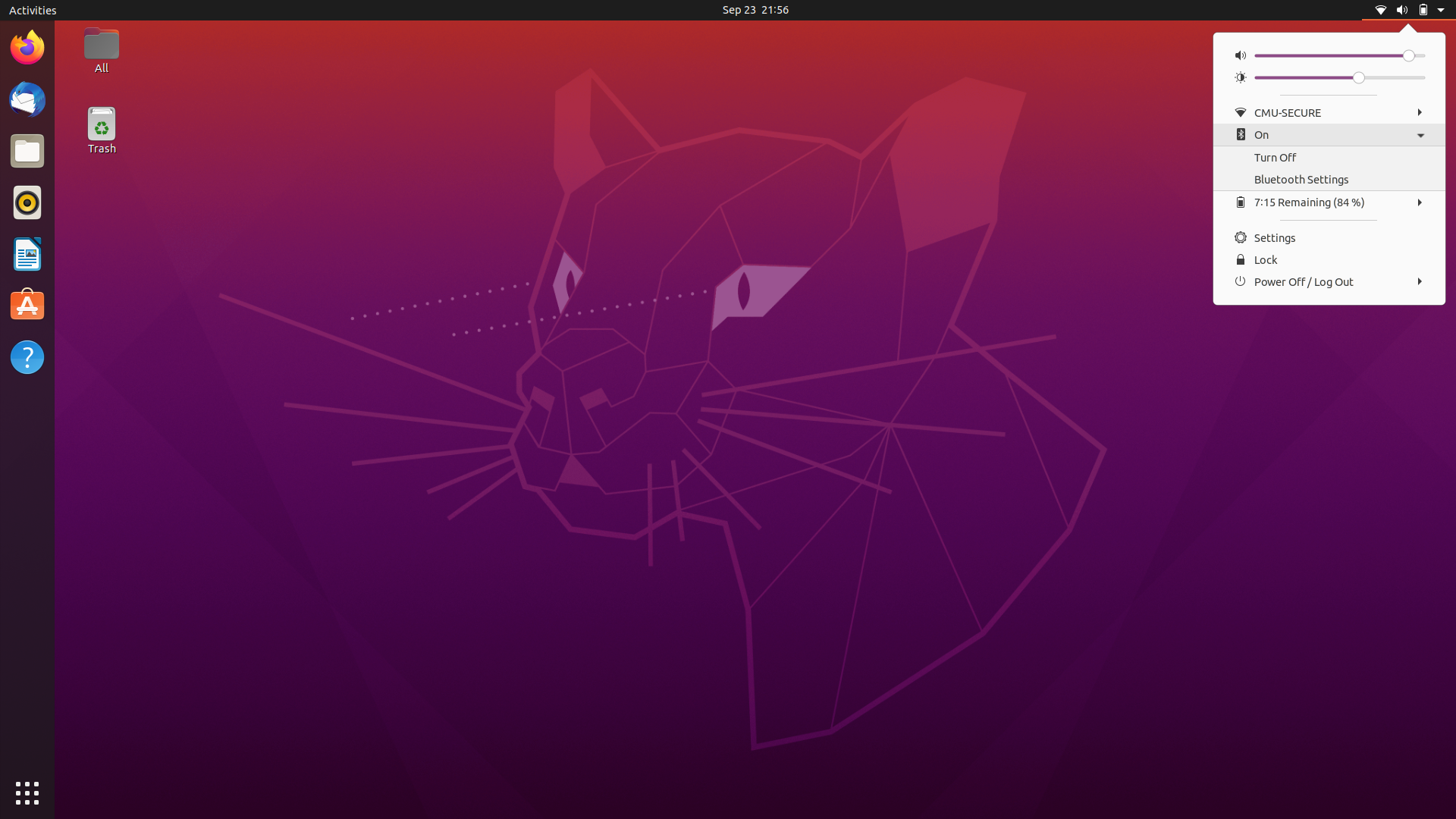  What do you see at coordinates (2703064, 11056) in the screenshot?
I see `Amplify sound volume` at bounding box center [2703064, 11056].